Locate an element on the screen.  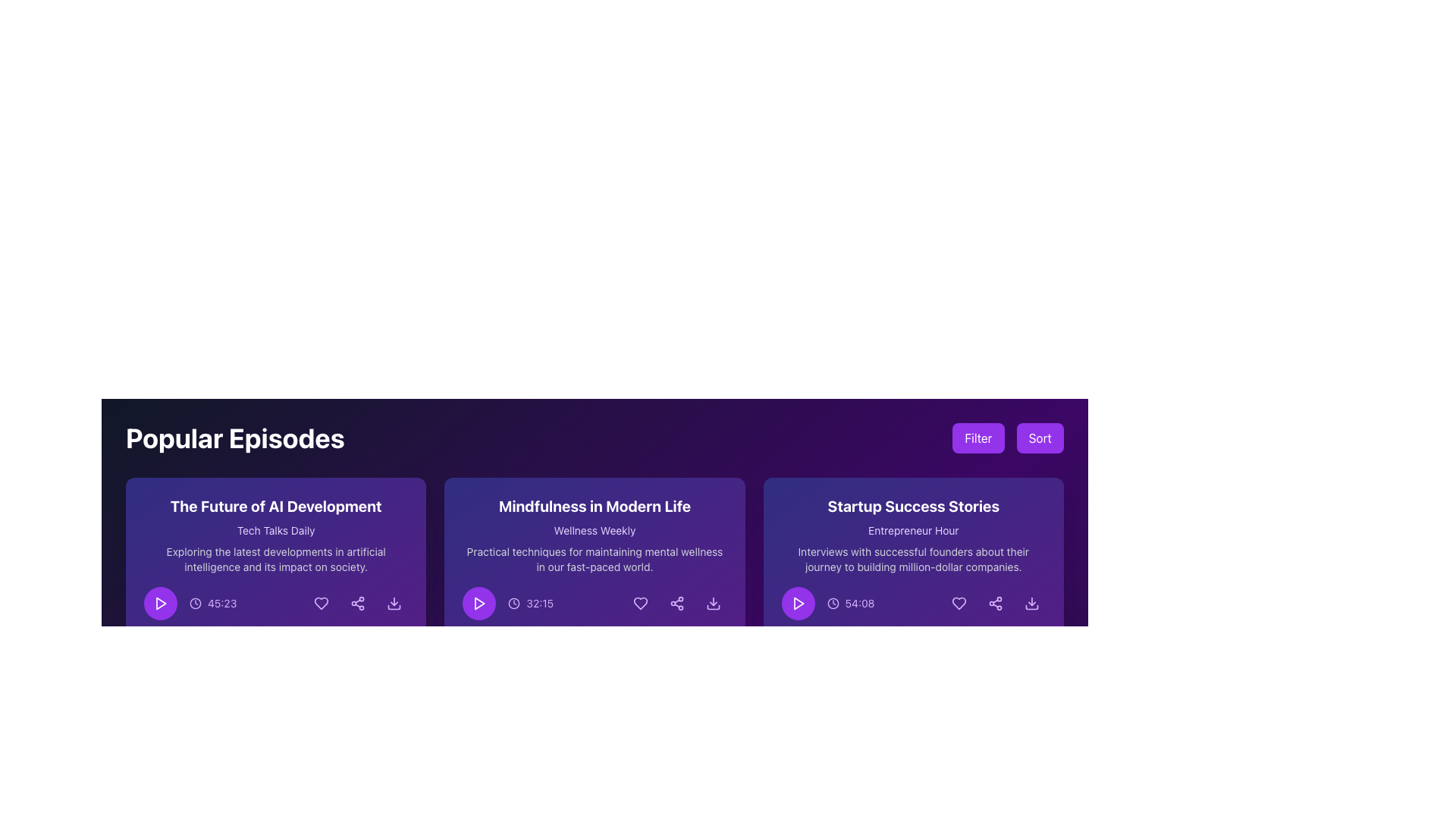
the play button icon, which is a triangular shape pointing to the right, located within a circular purple background in the bottom-left corner of the 'Startup Success Stories' card is located at coordinates (797, 602).